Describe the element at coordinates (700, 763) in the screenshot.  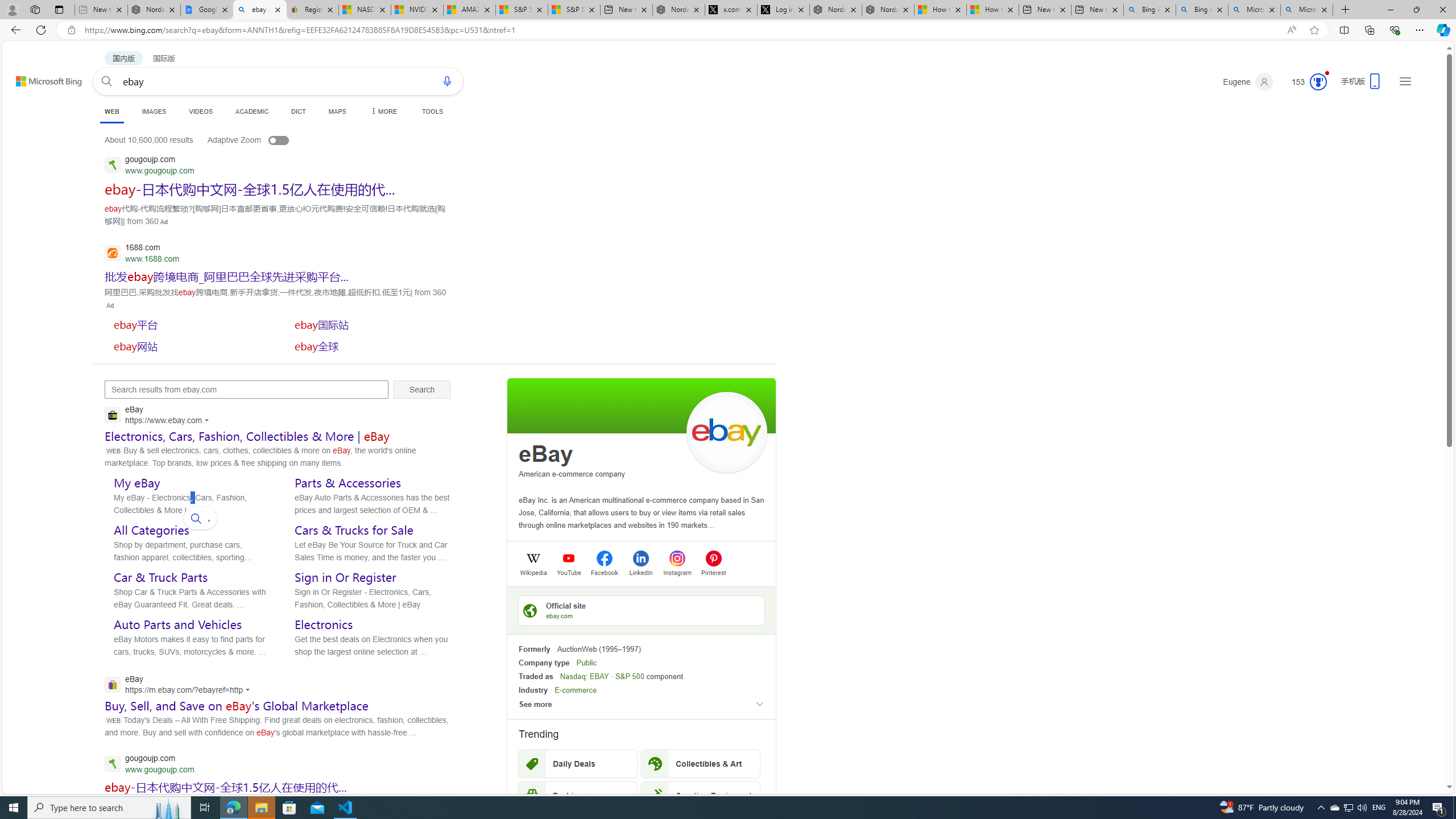
I see `'Collectibles & Art'` at that location.